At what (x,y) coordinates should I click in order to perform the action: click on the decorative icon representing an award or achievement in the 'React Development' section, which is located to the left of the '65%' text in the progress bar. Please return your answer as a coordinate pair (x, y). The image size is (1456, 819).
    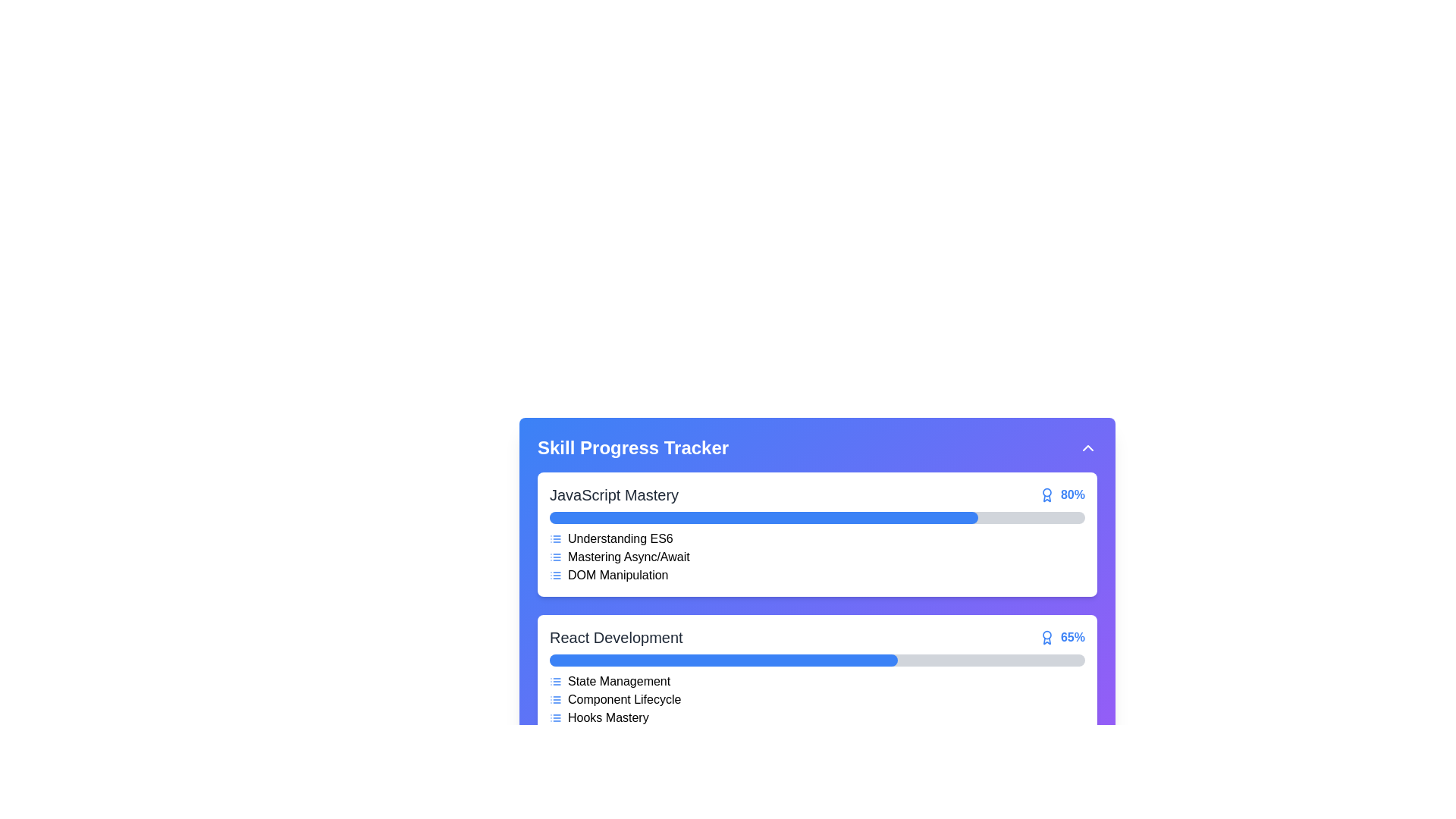
    Looking at the image, I should click on (1046, 637).